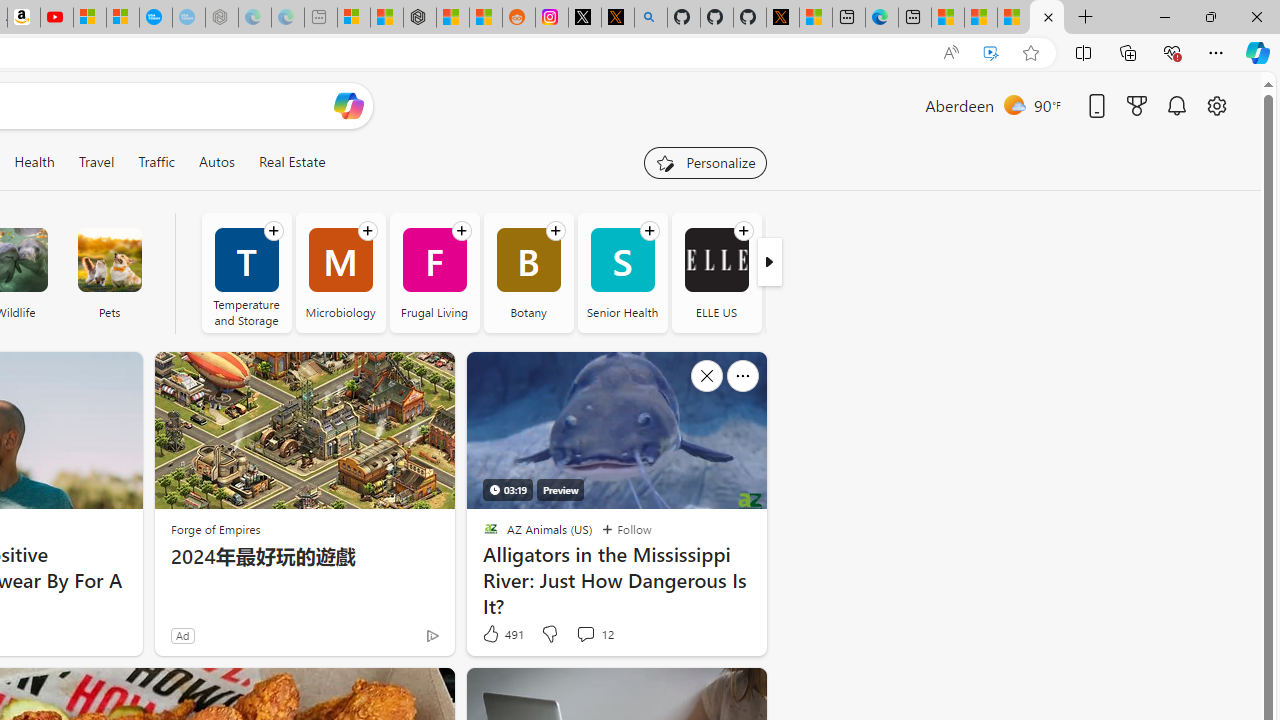  Describe the element at coordinates (108, 259) in the screenshot. I see `'Pets'` at that location.